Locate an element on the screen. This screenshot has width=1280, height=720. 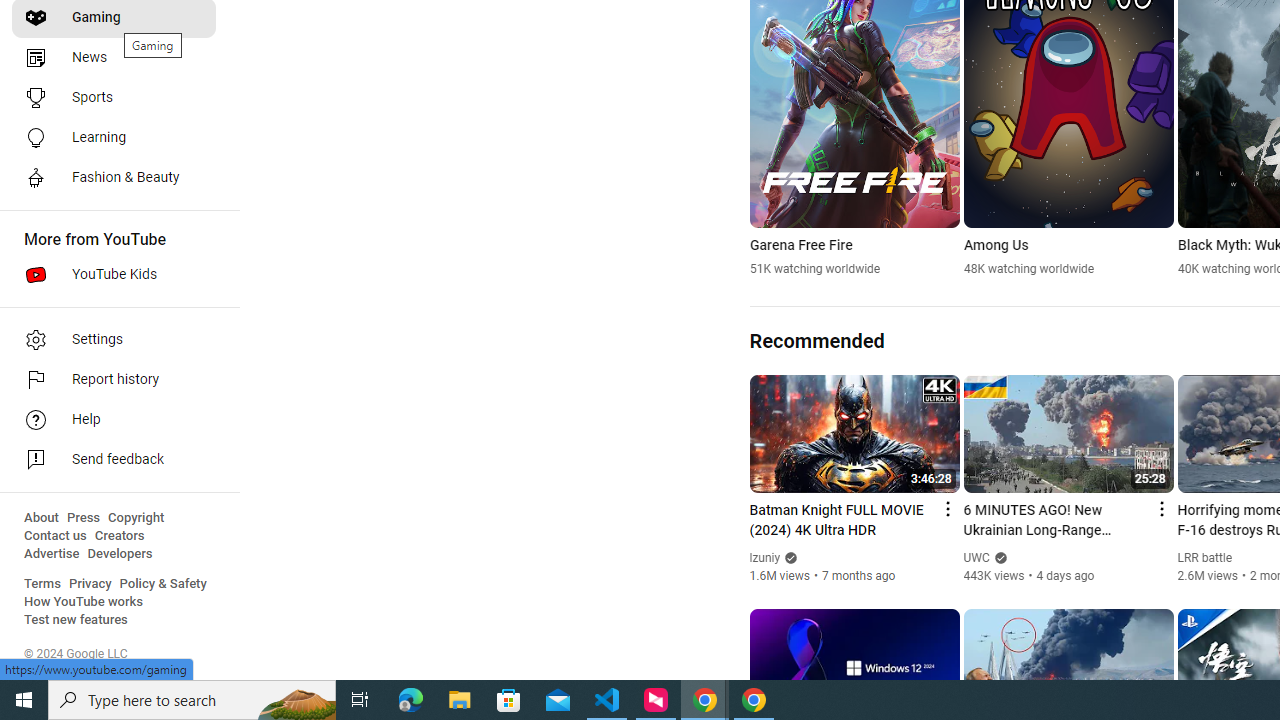
'About' is located at coordinates (41, 517).